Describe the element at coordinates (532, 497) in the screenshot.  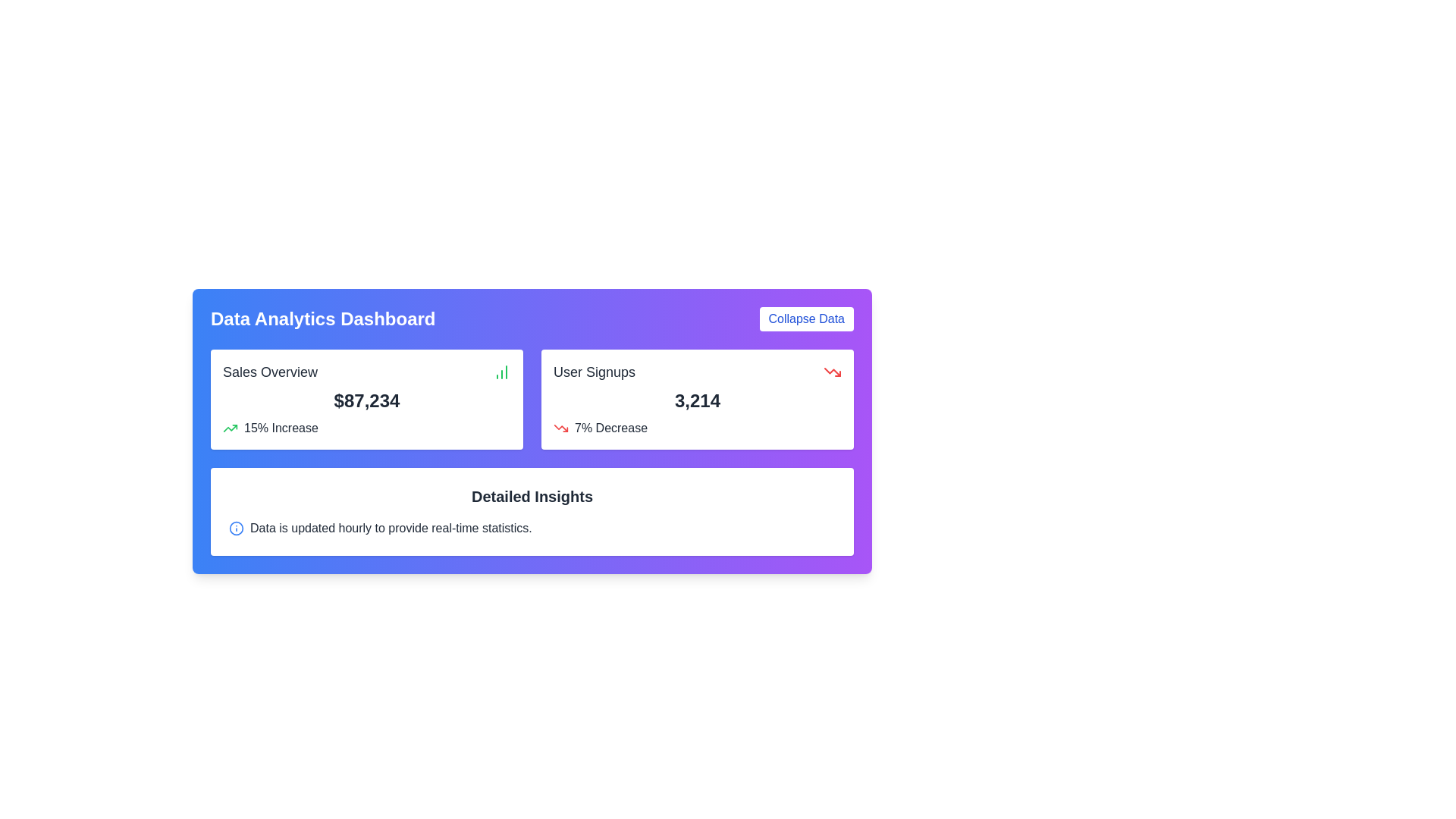
I see `the bolded title text 'Detailed Insights' to focus on it` at that location.